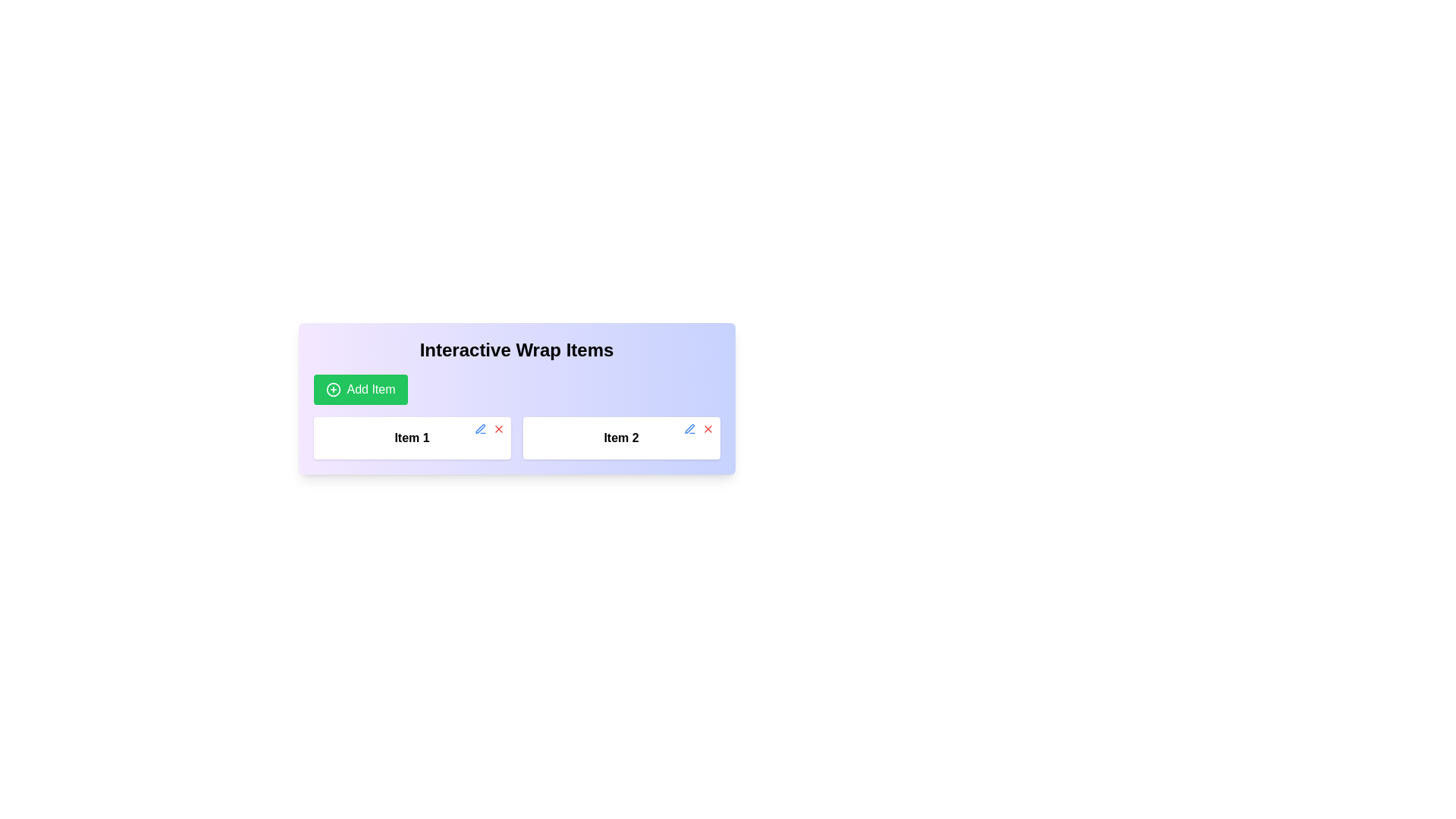 This screenshot has width=1456, height=819. What do you see at coordinates (479, 429) in the screenshot?
I see `the edit button located in the top-right corner of the 'Item 2' box` at bounding box center [479, 429].